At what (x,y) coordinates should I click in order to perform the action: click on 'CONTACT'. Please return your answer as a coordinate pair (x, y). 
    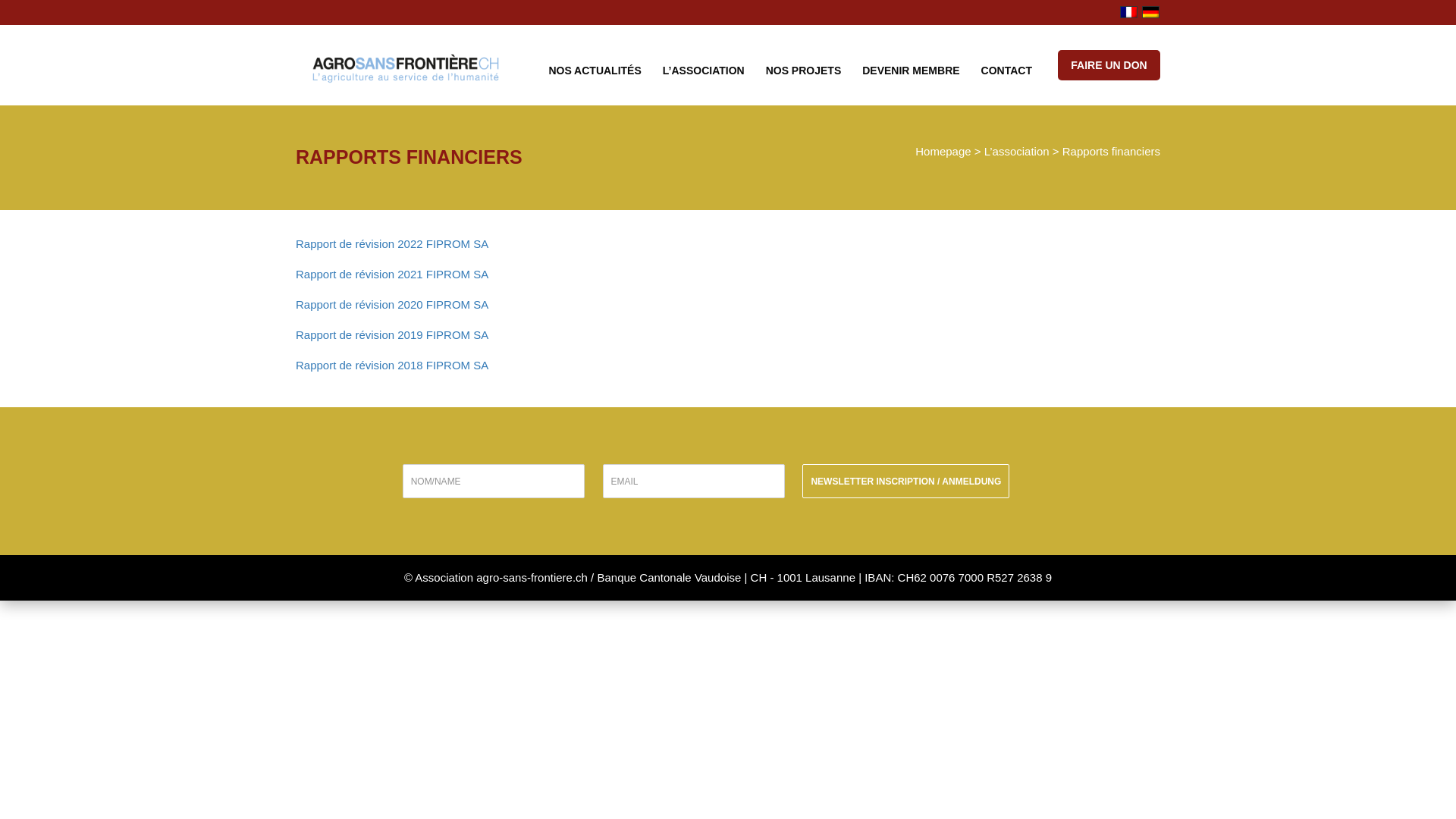
    Looking at the image, I should click on (1006, 69).